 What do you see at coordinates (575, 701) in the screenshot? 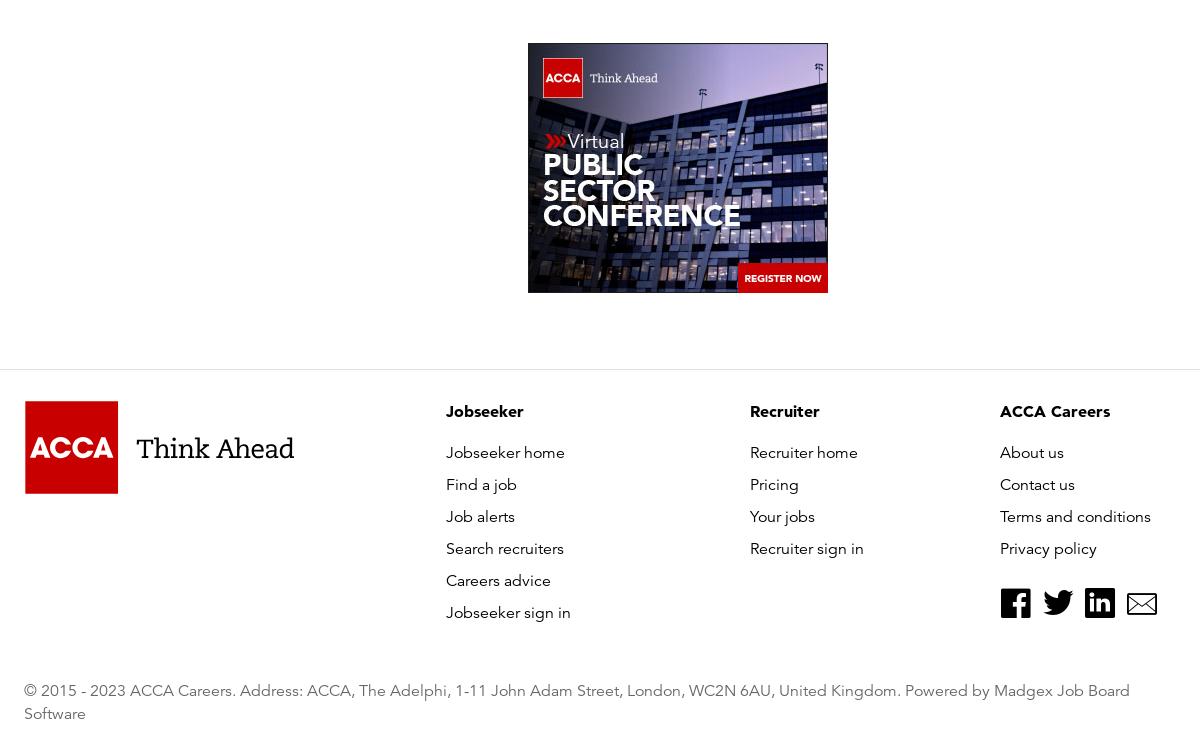
I see `'© 2015 - 2023 ACCA Careers. Address: ACCA, The Adelphi, 1-11 John Adam Street, London, WC2N 6AU, United Kingdom. 
	Powered by Madgex Job Board Software'` at bounding box center [575, 701].